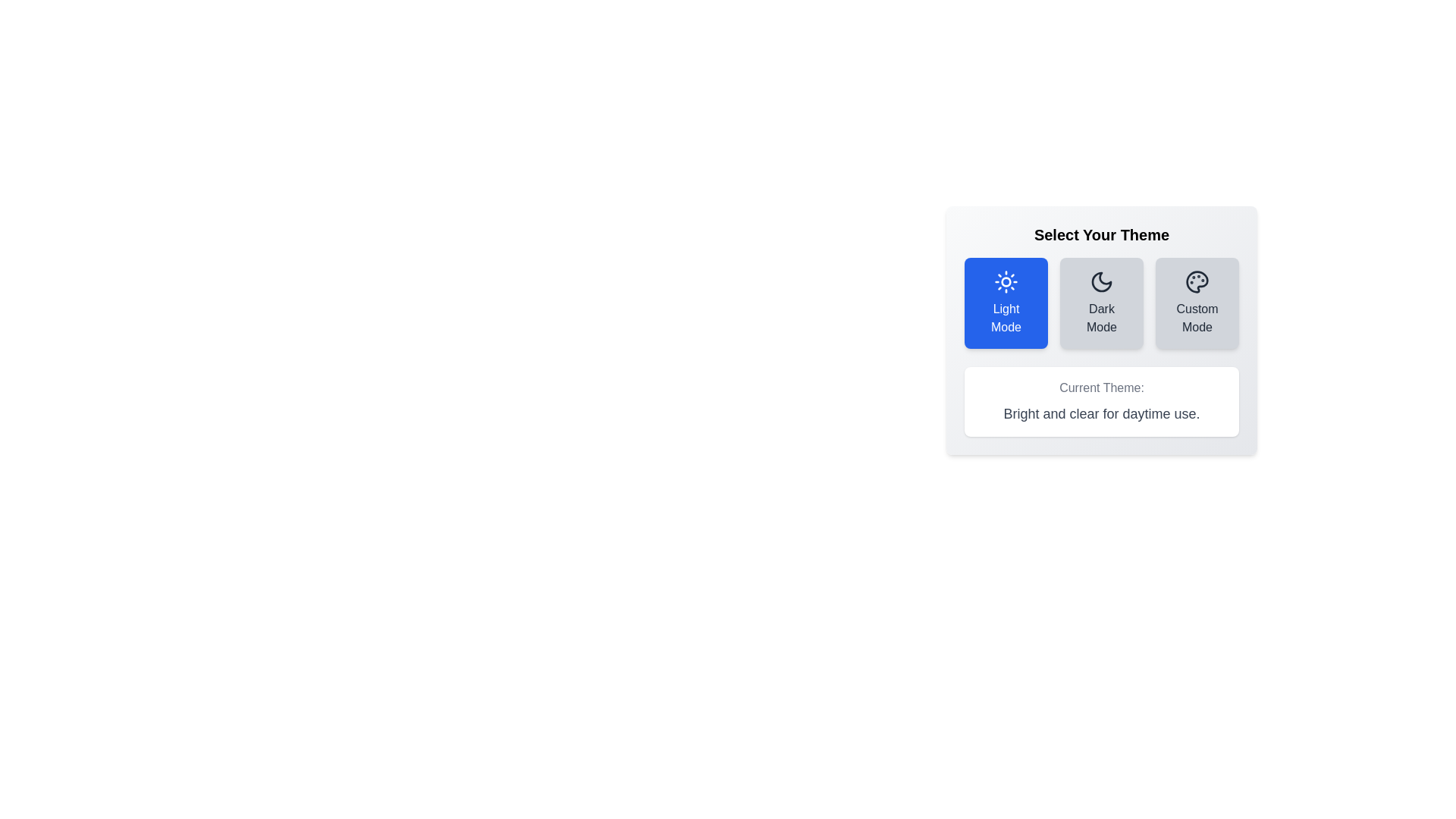 Image resolution: width=1456 pixels, height=819 pixels. Describe the element at coordinates (1006, 303) in the screenshot. I see `the button corresponding to the desired theme: Light Mode` at that location.